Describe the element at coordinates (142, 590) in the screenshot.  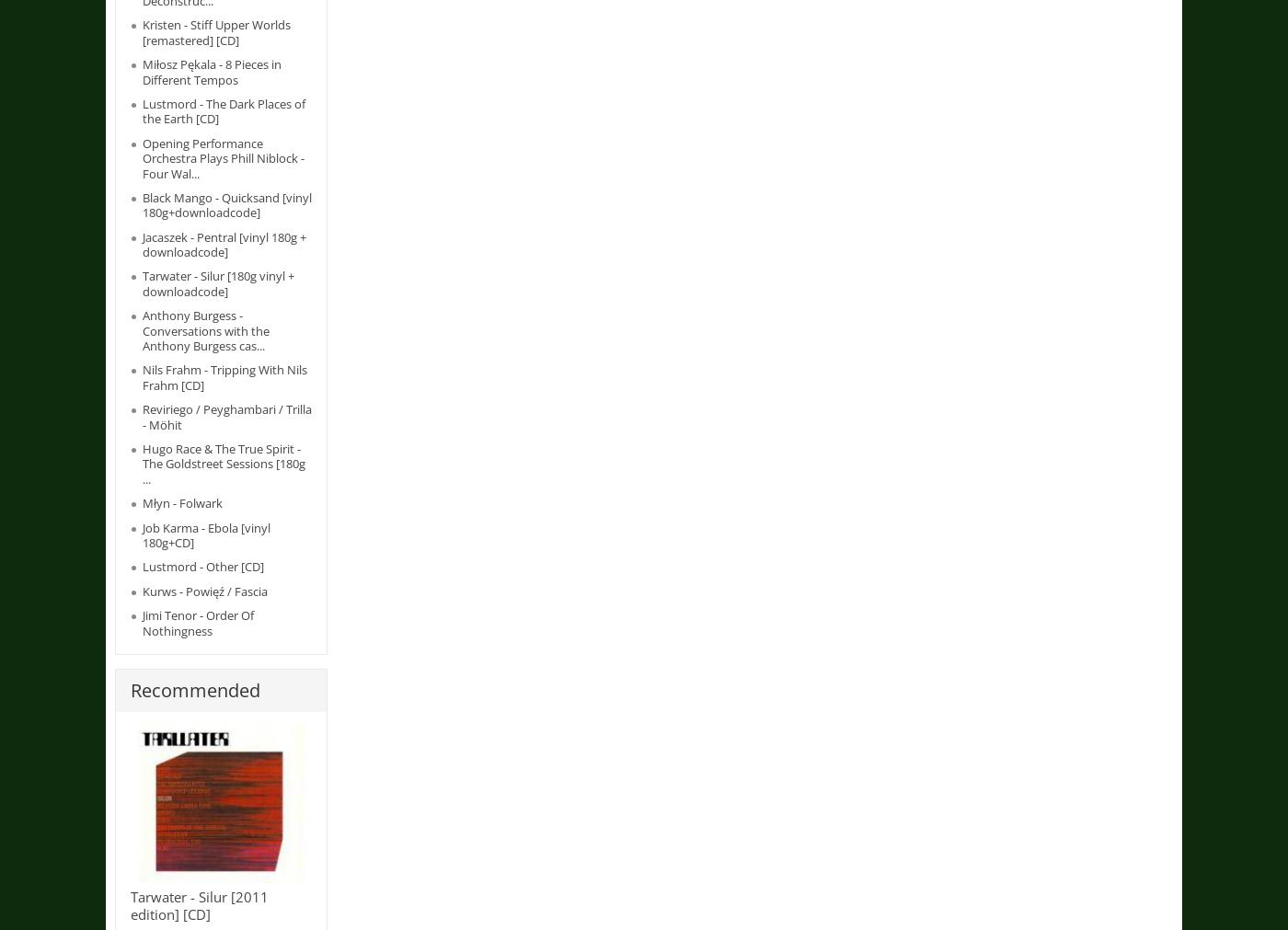
I see `'Kurws - Powięź / Fascia'` at that location.